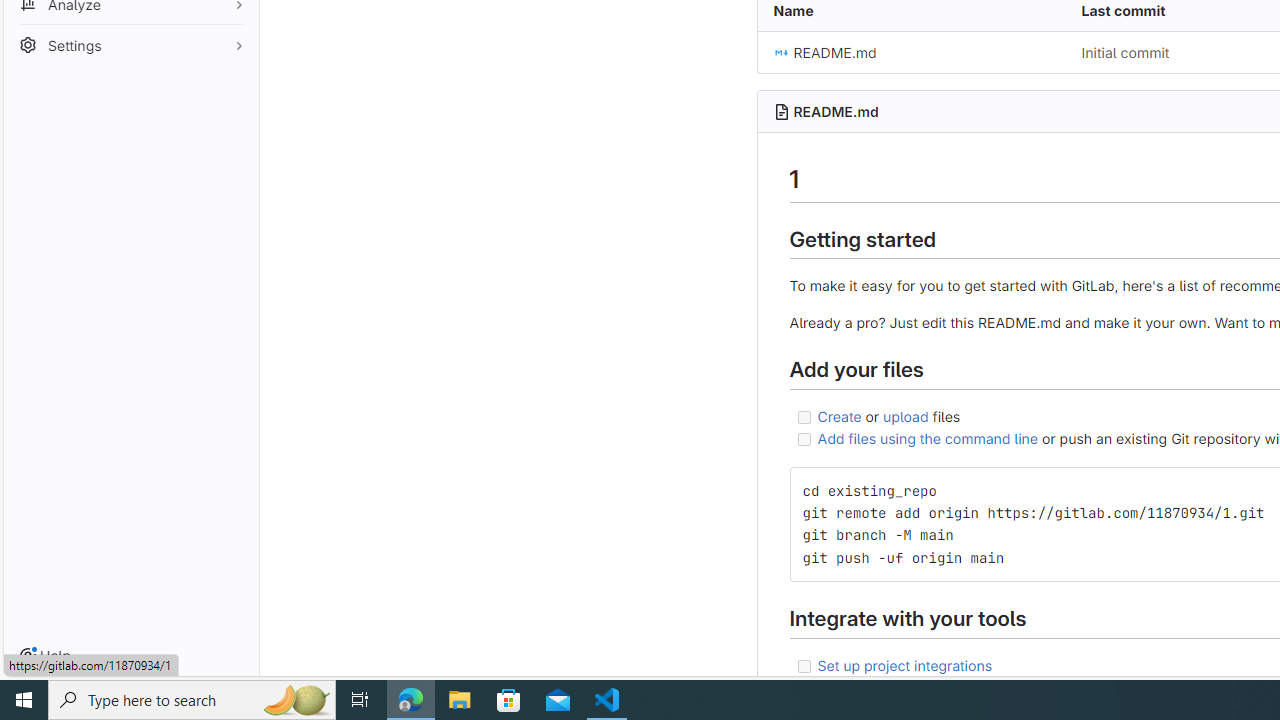  Describe the element at coordinates (804, 666) in the screenshot. I see `'Class: task-list-item-checkbox'` at that location.